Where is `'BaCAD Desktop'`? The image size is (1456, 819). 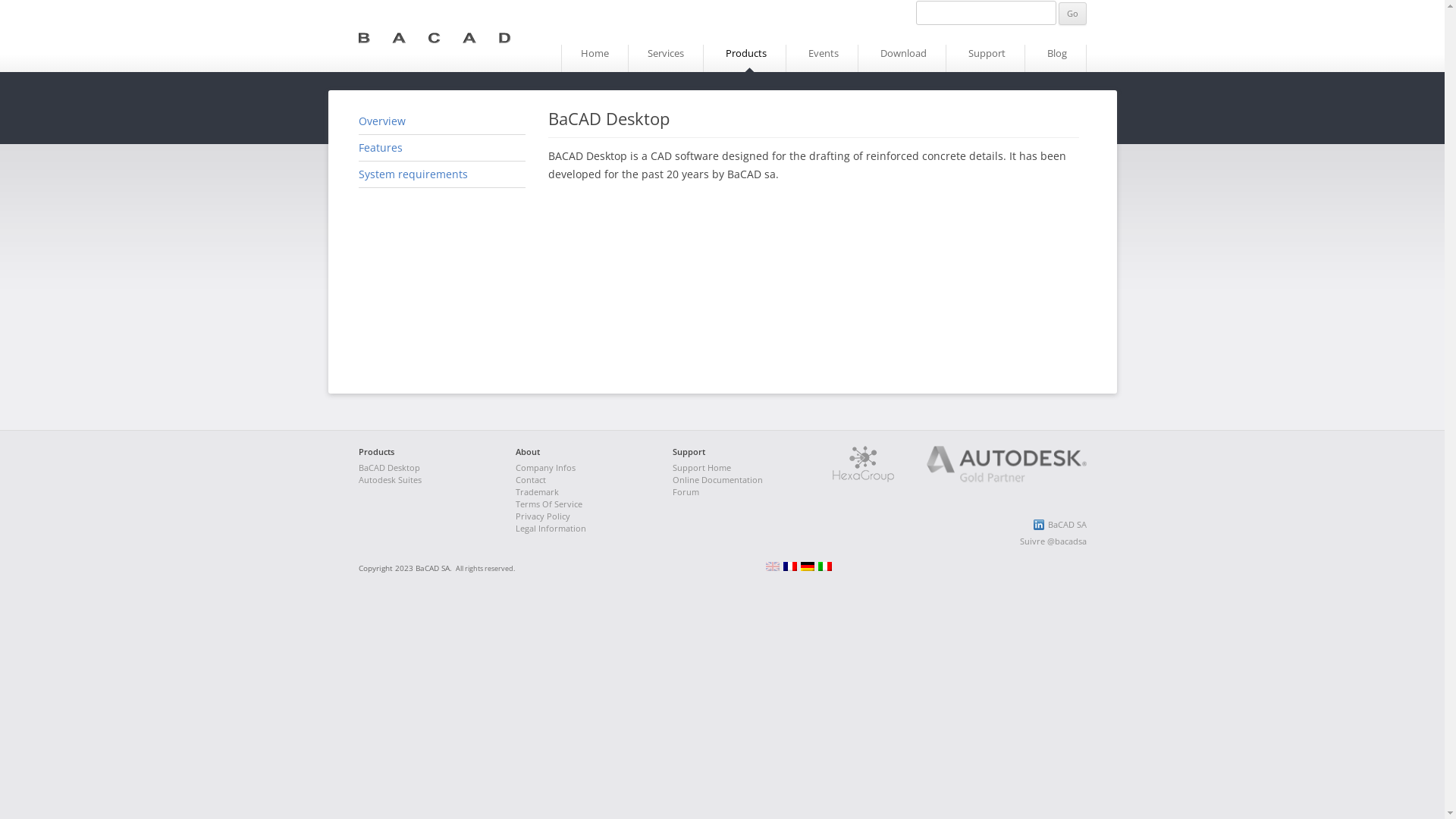 'BaCAD Desktop' is located at coordinates (388, 466).